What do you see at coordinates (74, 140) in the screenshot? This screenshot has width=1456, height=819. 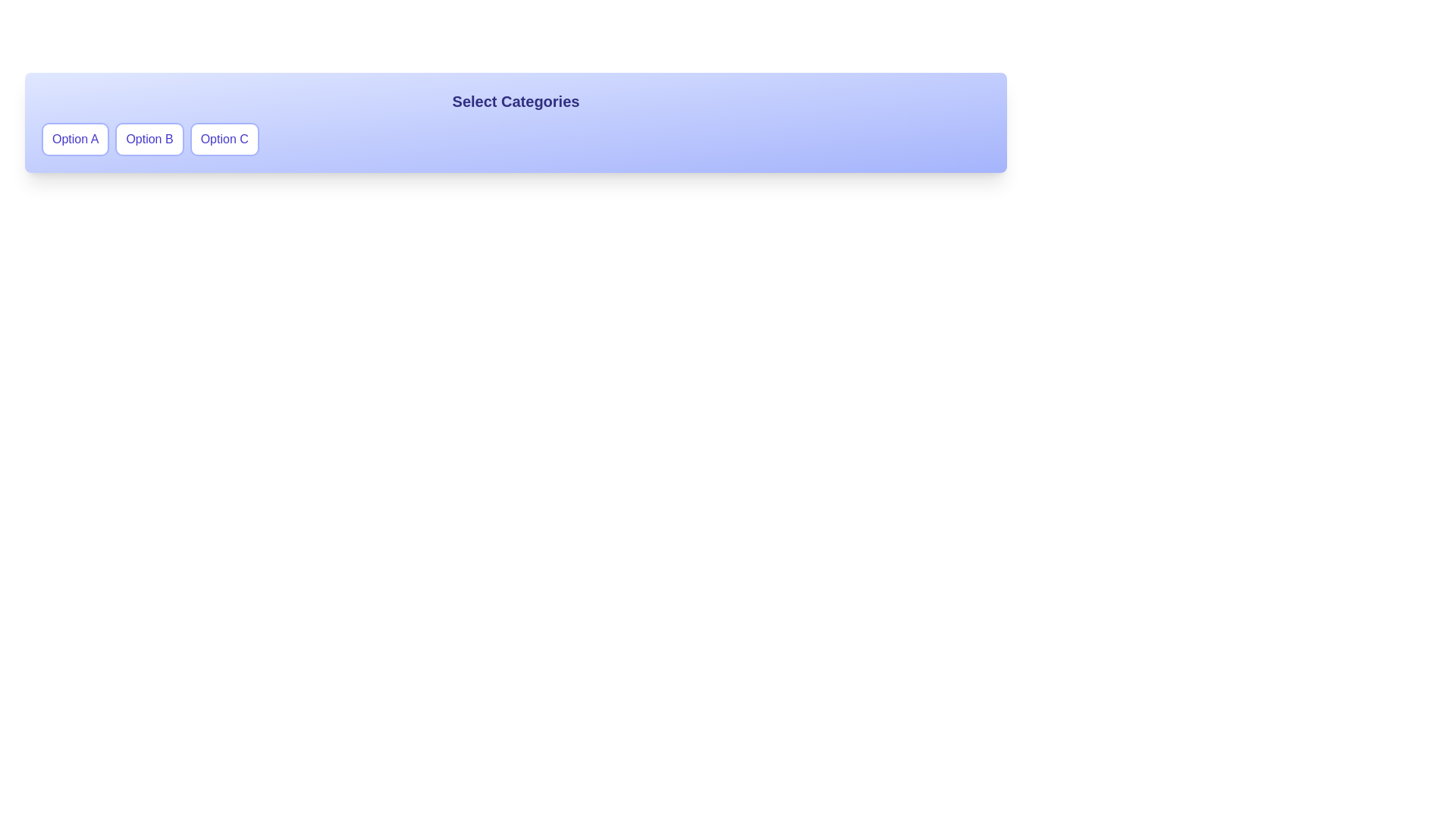 I see `the Option A button to toggle its selection state` at bounding box center [74, 140].